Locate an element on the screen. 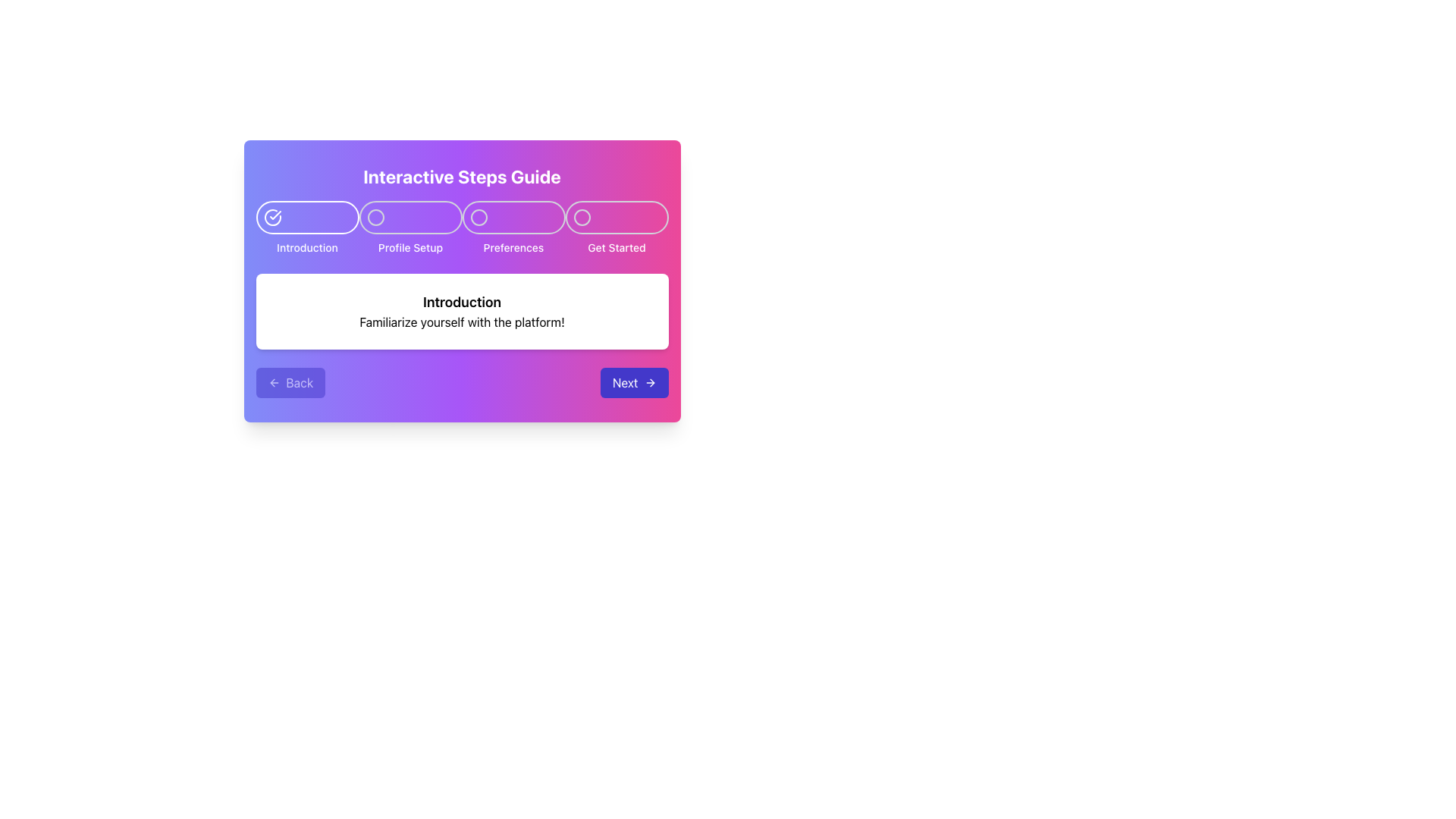 This screenshot has height=819, width=1456. displayed text of the 'Get Started' label, which indicates the final step in the navigation of the interactive guide is located at coordinates (617, 247).